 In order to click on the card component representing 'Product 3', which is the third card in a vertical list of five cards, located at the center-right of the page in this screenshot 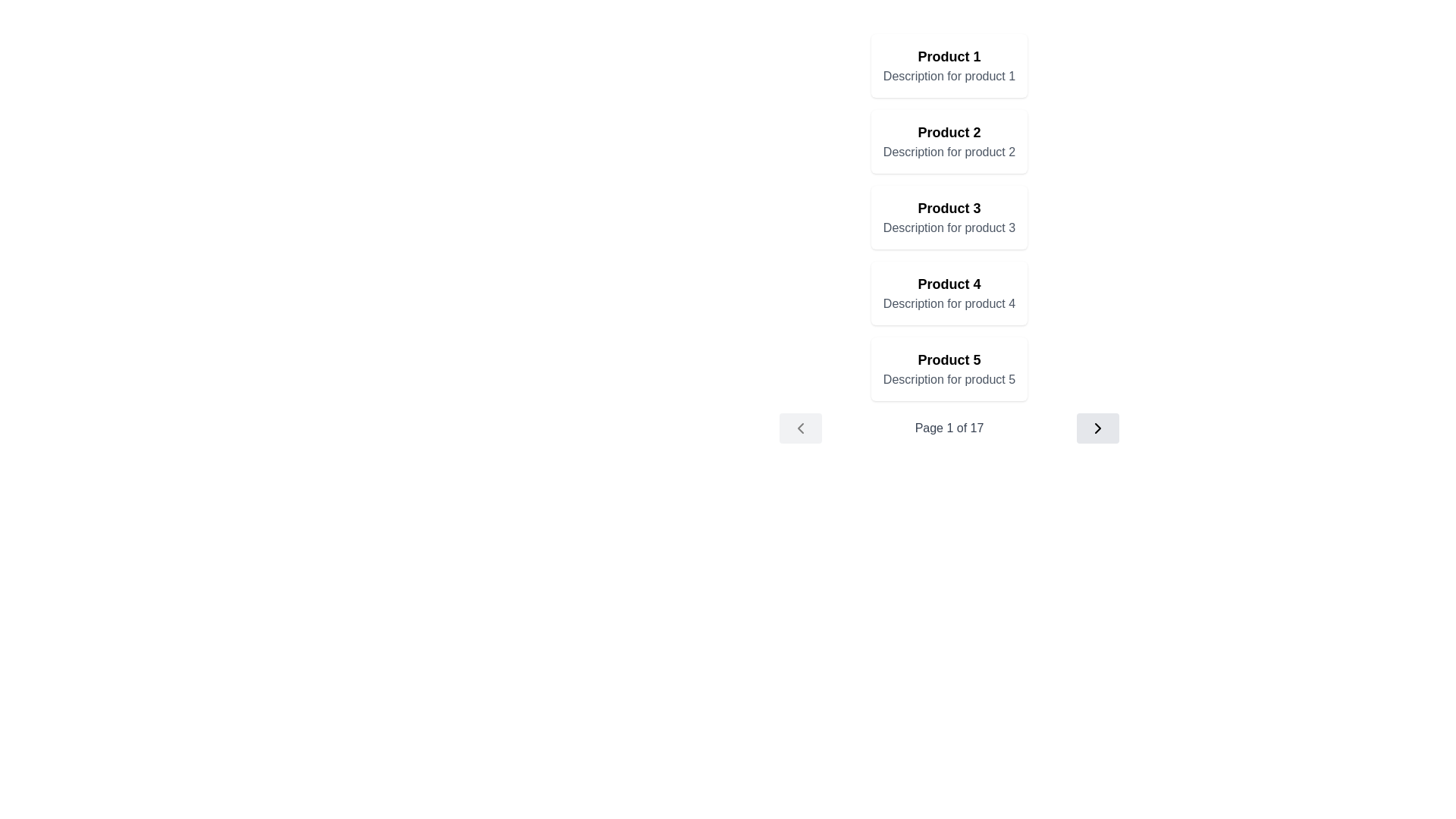, I will do `click(949, 217)`.